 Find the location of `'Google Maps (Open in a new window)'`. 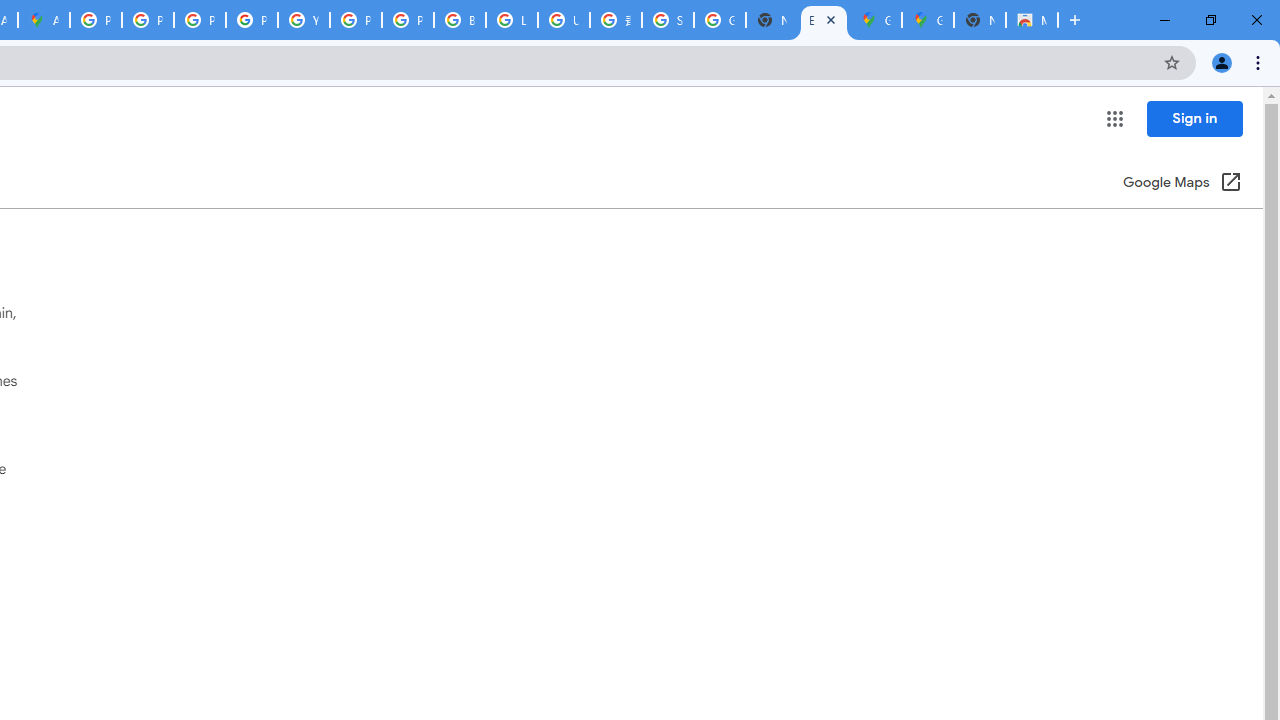

'Google Maps (Open in a new window)' is located at coordinates (1182, 183).